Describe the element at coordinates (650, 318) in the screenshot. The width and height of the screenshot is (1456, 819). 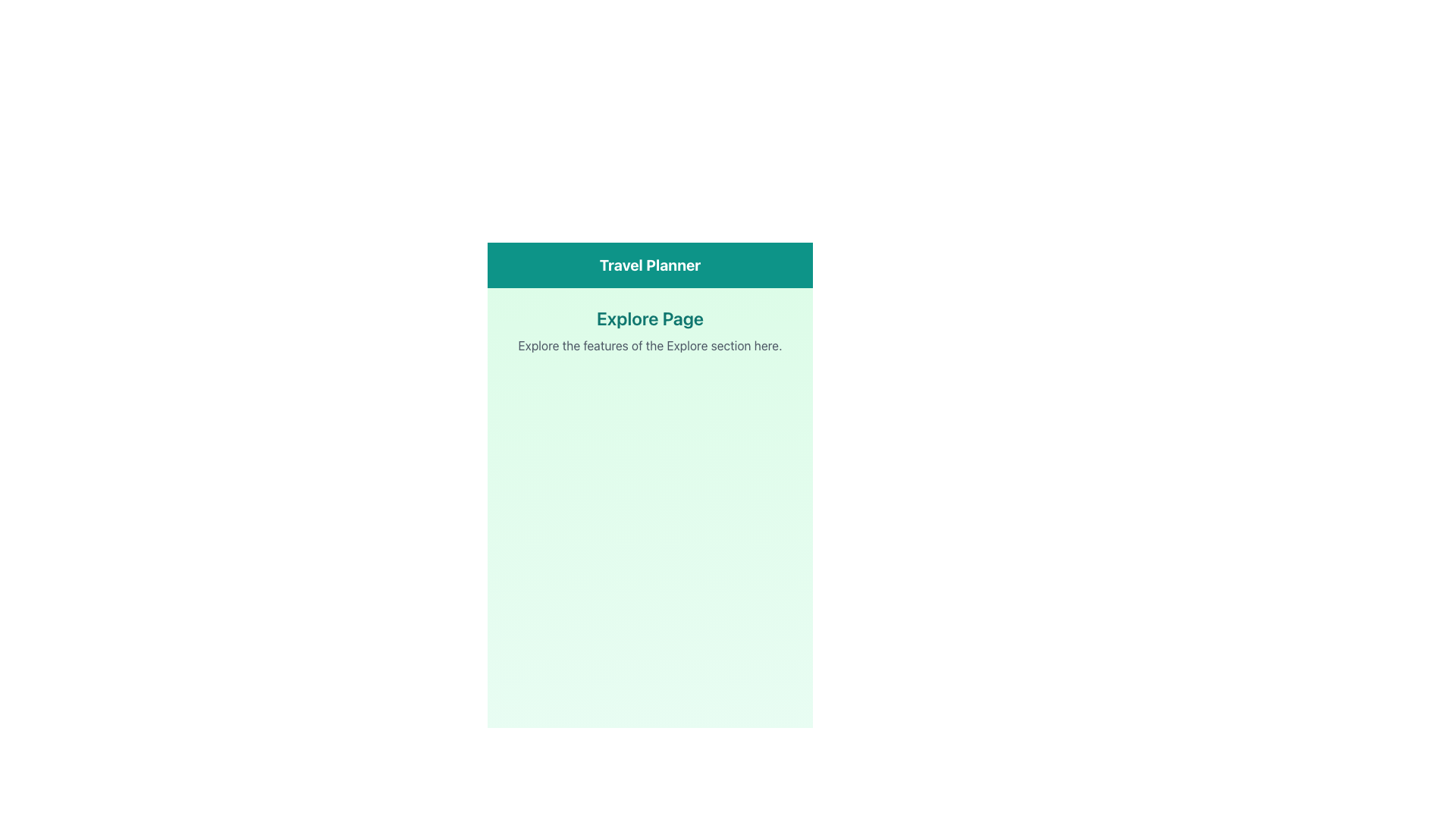
I see `styling of the header text 'Explore Page', which is prominently displayed in a large teal font against a light green background` at that location.